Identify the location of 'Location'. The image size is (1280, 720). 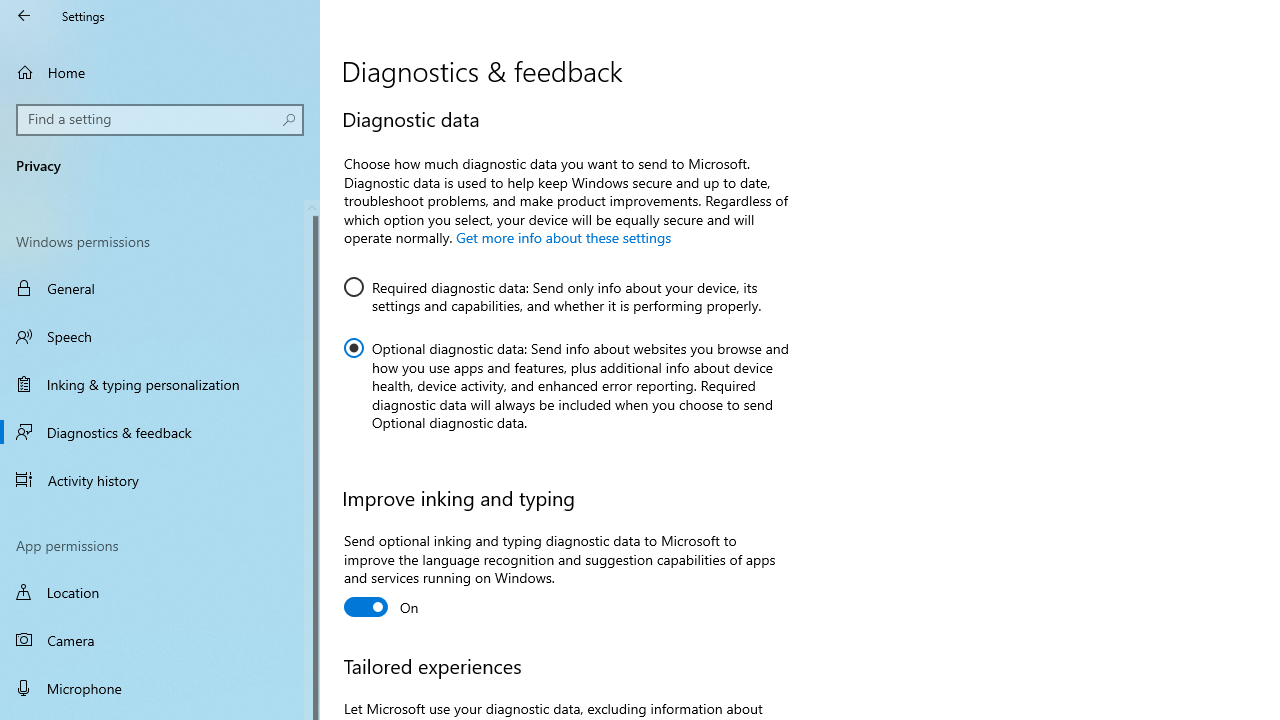
(160, 591).